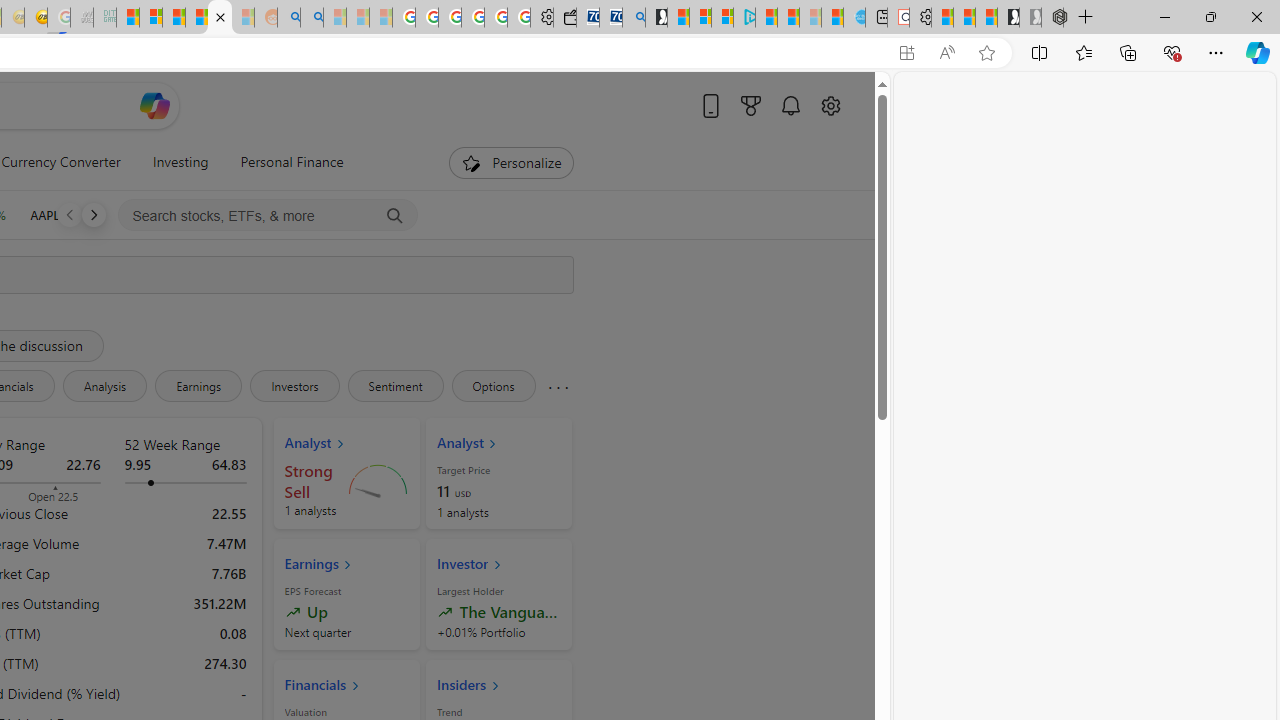 This screenshot has height=720, width=1280. Describe the element at coordinates (512, 162) in the screenshot. I see `'Personalize'` at that location.